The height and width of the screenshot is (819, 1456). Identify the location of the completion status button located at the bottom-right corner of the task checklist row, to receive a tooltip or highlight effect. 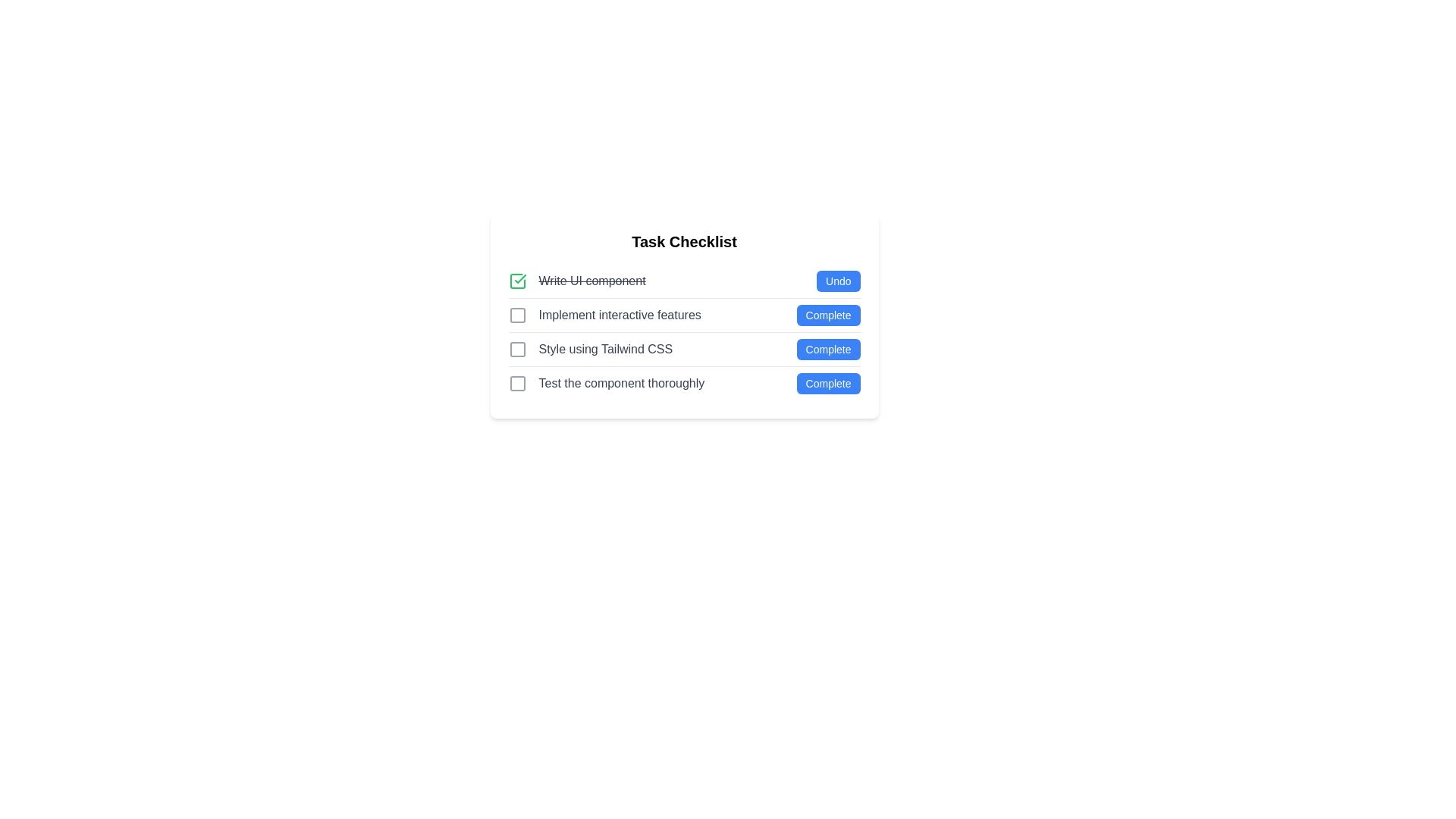
(827, 382).